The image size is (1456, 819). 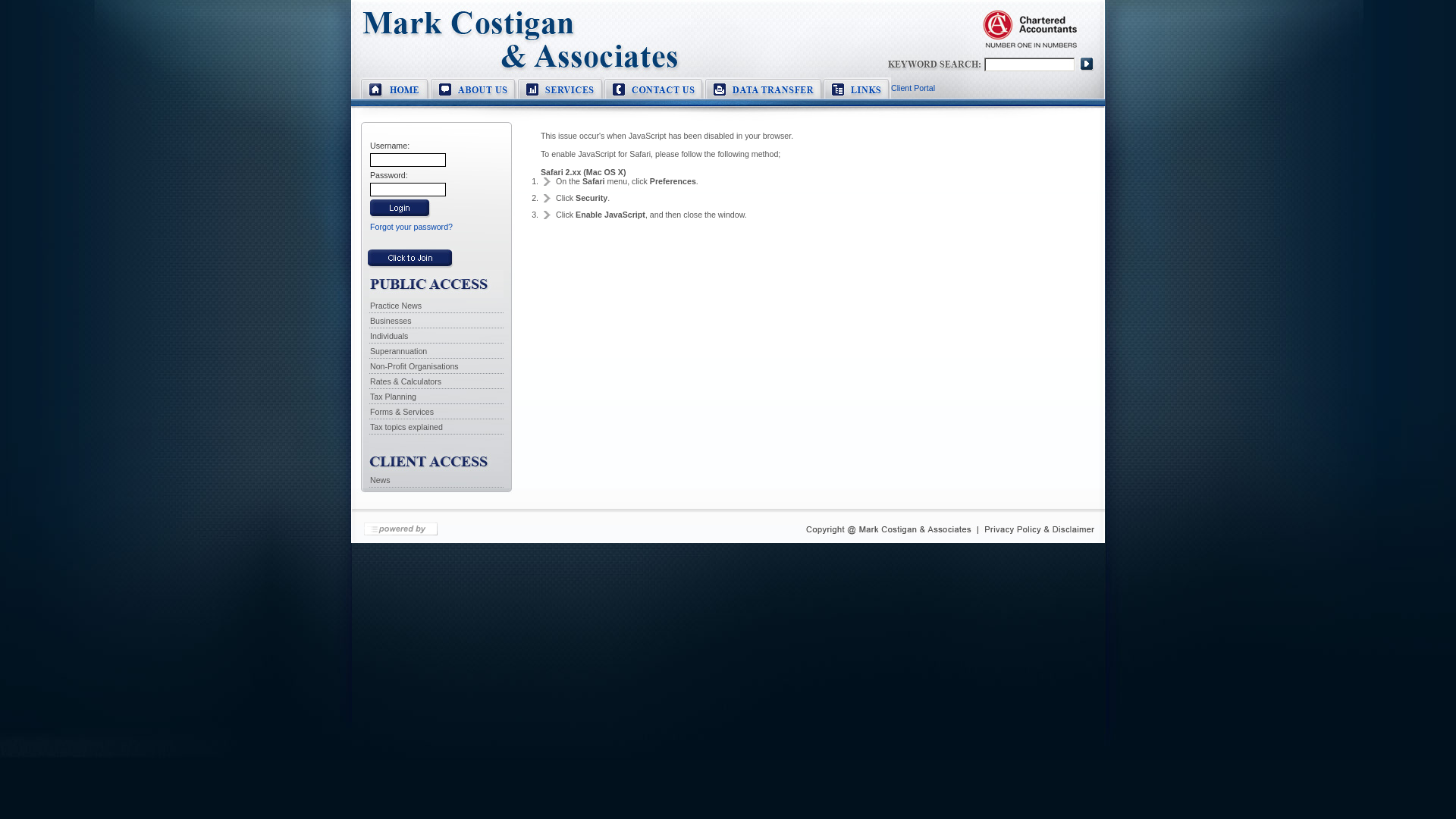 I want to click on 'Links', so click(x=822, y=96).